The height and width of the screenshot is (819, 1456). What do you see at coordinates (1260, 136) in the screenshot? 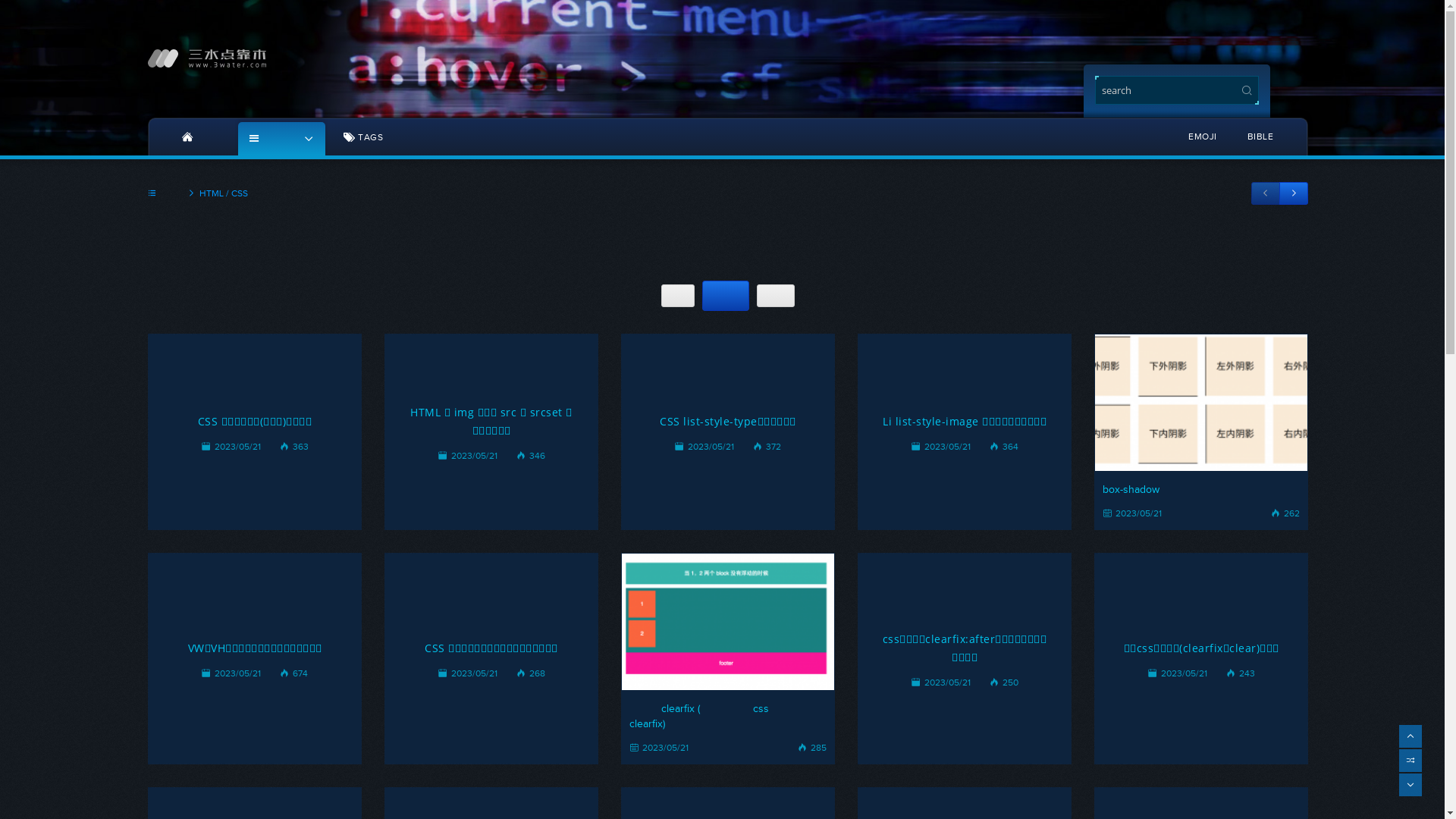
I see `'BIBLE'` at bounding box center [1260, 136].